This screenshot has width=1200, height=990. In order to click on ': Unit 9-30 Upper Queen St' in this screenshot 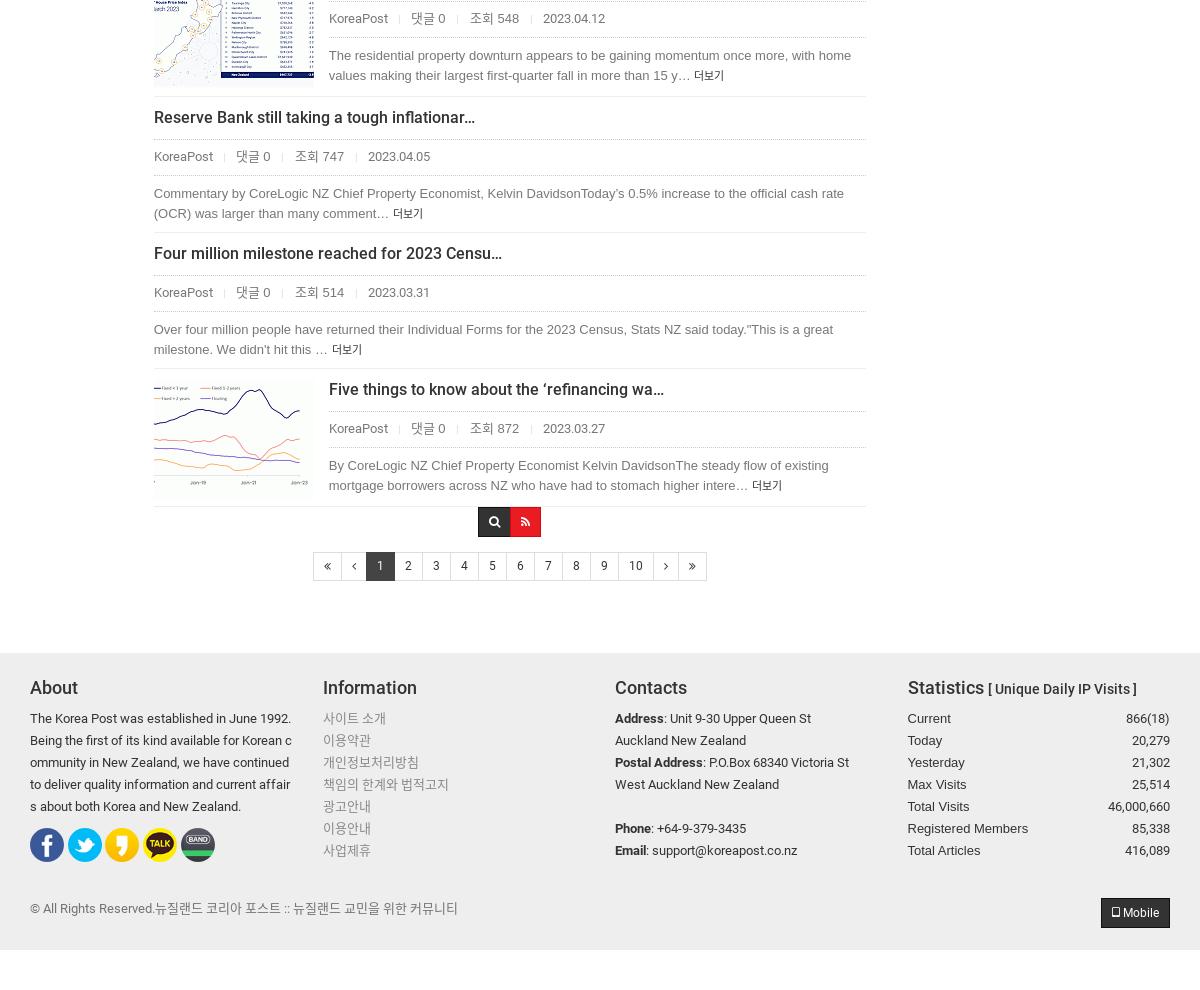, I will do `click(737, 716)`.